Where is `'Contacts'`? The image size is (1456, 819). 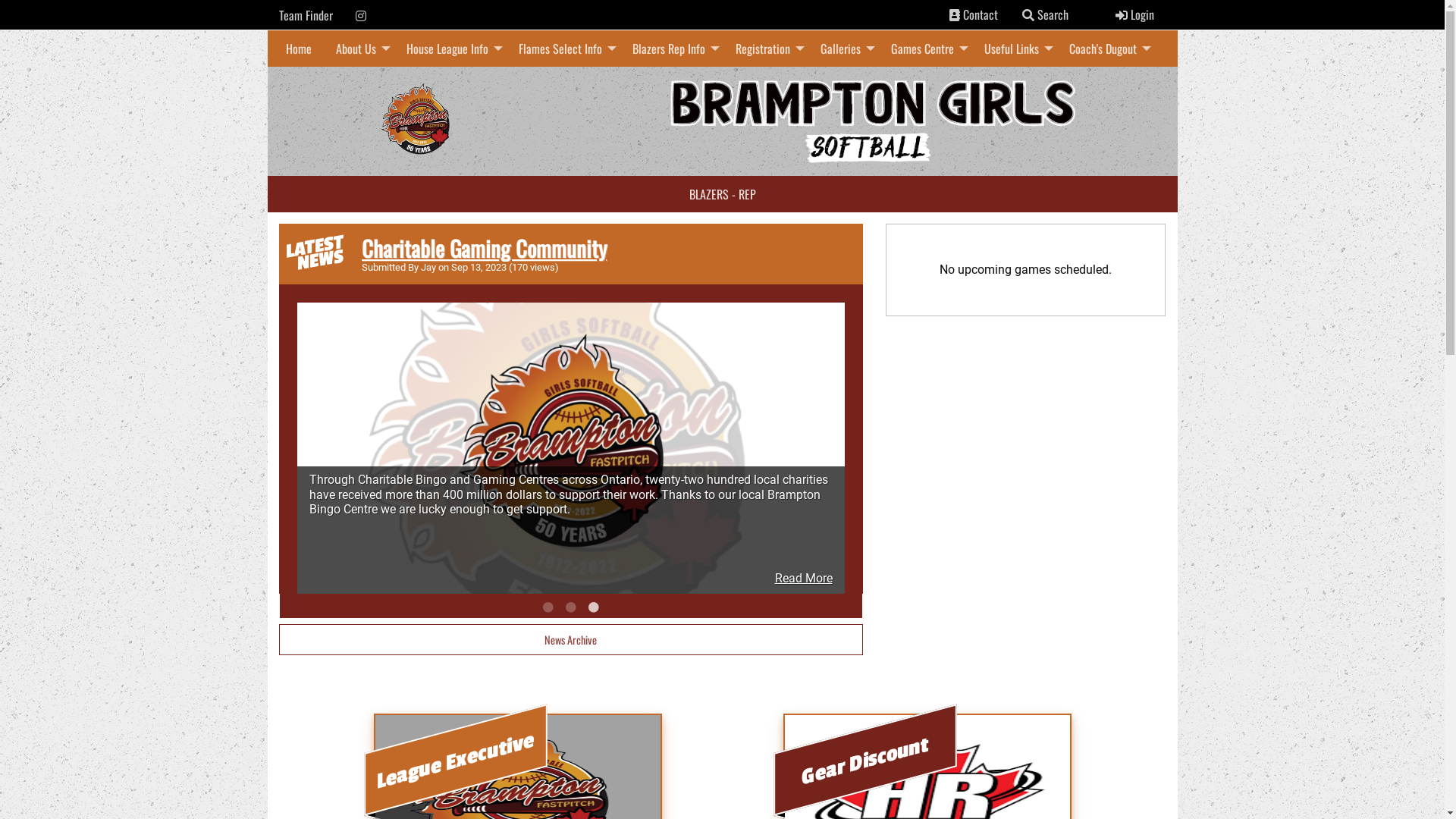
'Contacts' is located at coordinates (953, 14).